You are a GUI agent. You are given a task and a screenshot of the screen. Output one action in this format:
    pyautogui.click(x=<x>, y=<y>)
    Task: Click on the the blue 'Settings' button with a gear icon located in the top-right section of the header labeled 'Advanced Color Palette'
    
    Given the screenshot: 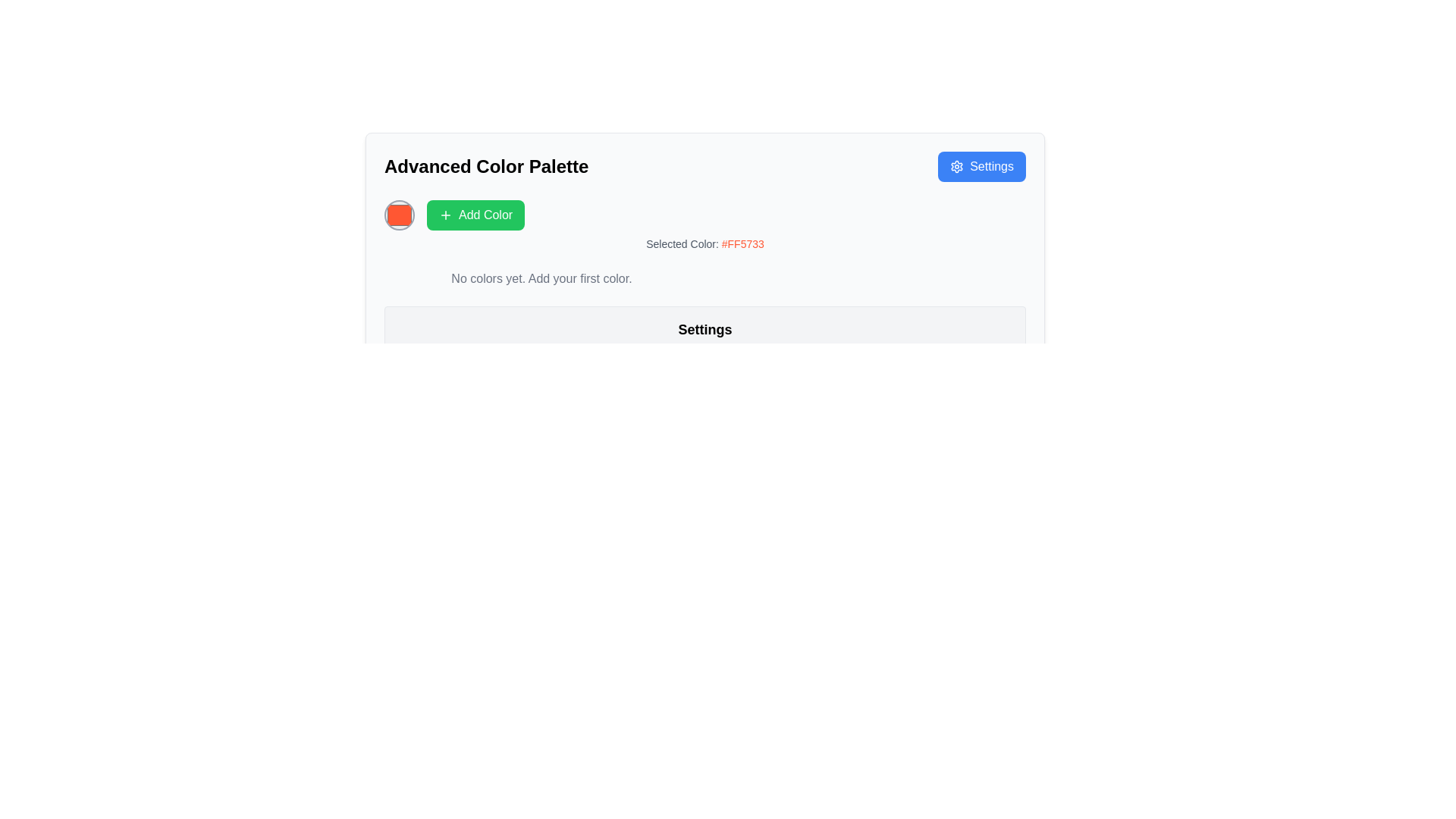 What is the action you would take?
    pyautogui.click(x=982, y=166)
    